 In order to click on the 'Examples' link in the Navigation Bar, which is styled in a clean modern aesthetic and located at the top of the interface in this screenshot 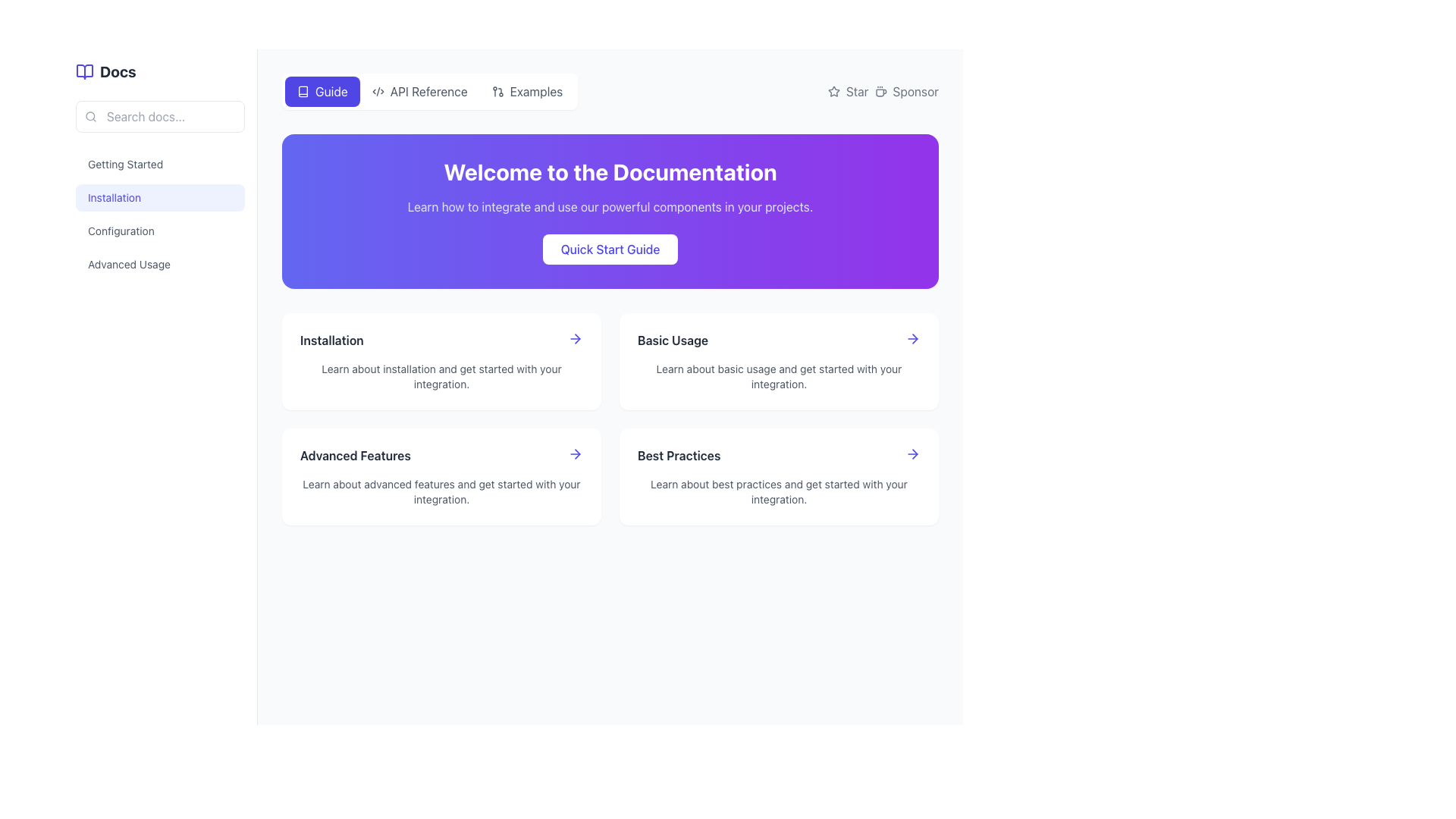, I will do `click(610, 91)`.